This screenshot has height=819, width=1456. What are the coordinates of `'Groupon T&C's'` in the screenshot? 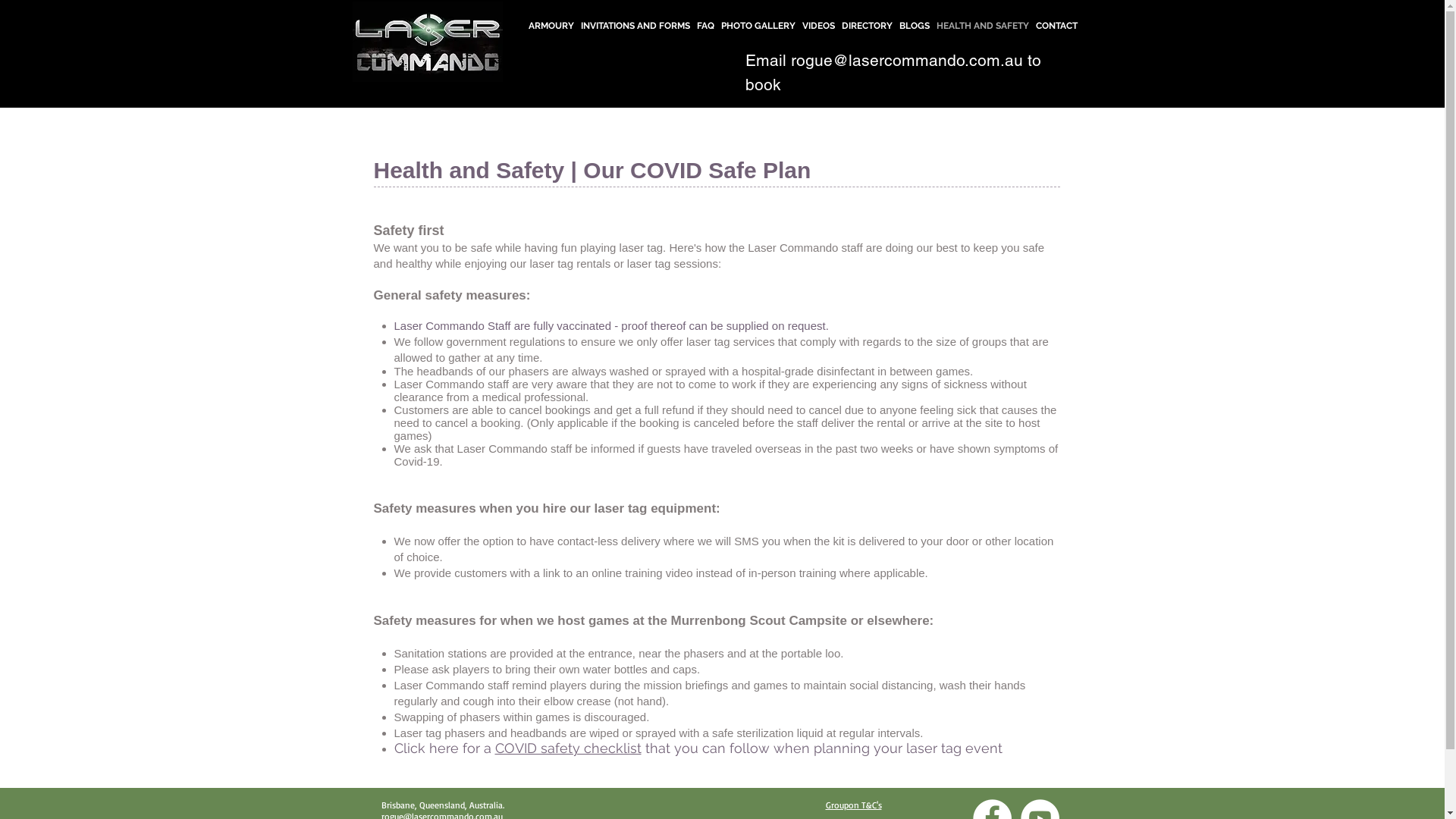 It's located at (852, 804).